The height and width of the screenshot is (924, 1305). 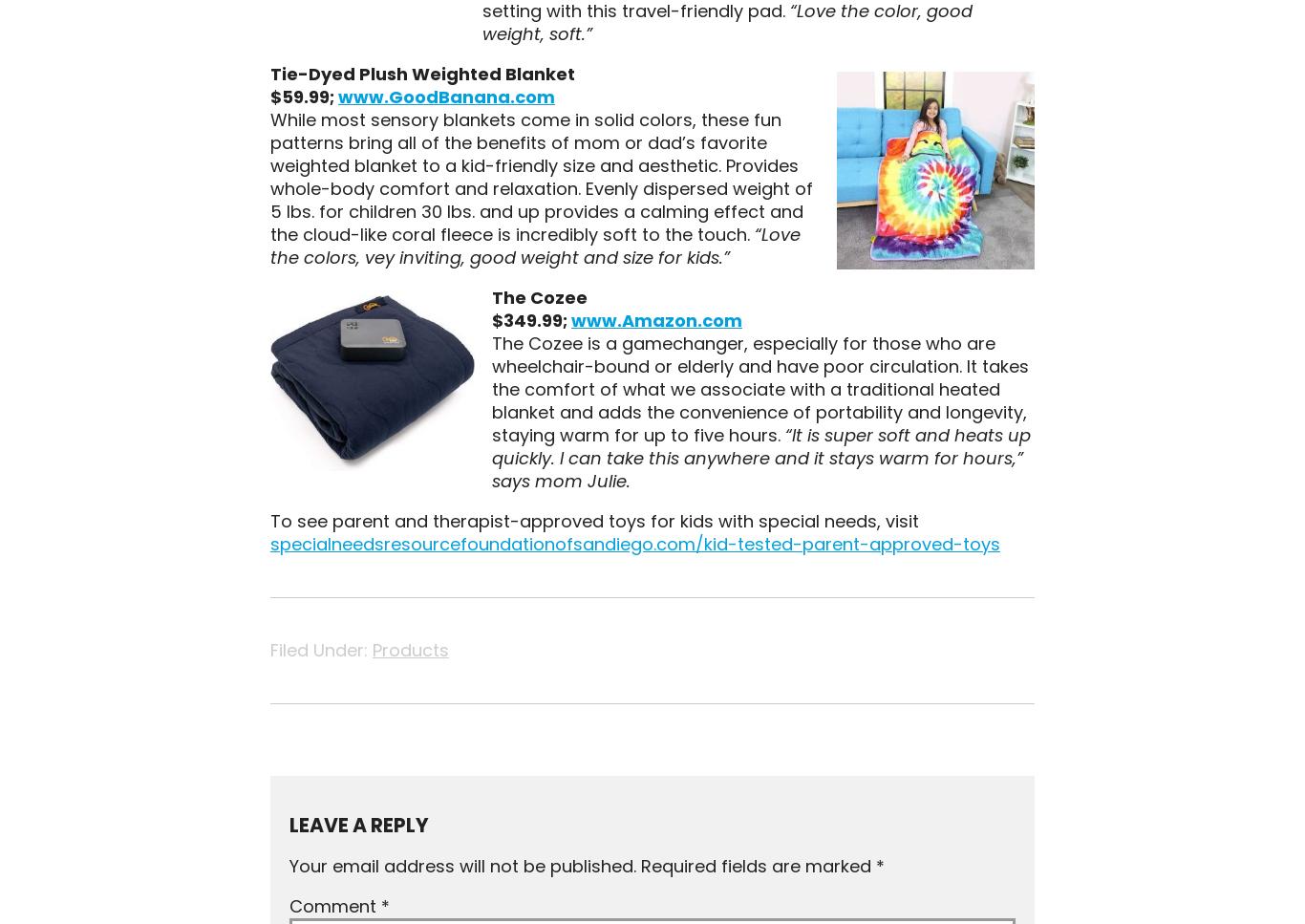 What do you see at coordinates (534, 245) in the screenshot?
I see `'“Love the colors, vey inviting, good weight and size for kids.”'` at bounding box center [534, 245].